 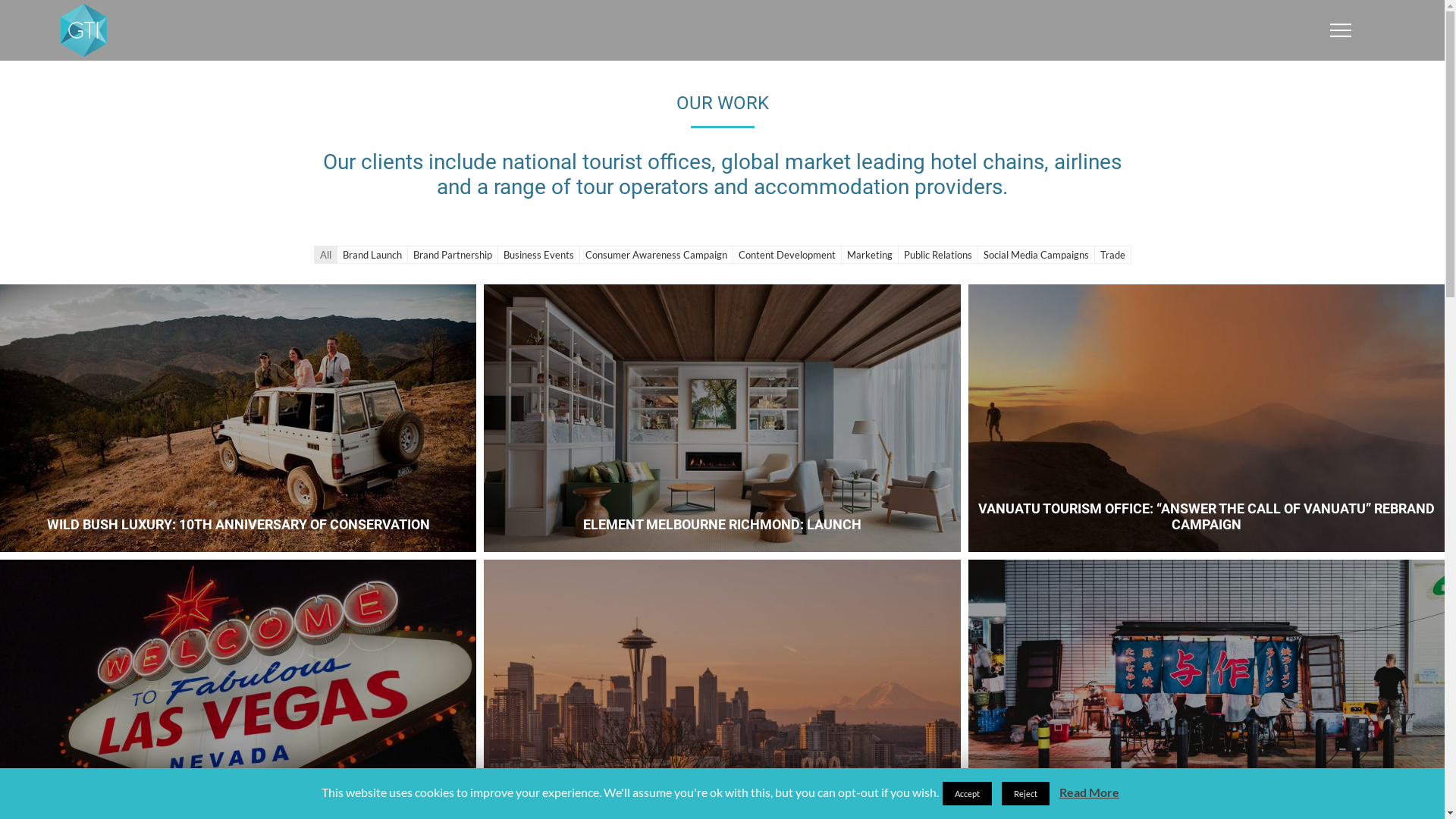 What do you see at coordinates (1025, 792) in the screenshot?
I see `'Reject'` at bounding box center [1025, 792].